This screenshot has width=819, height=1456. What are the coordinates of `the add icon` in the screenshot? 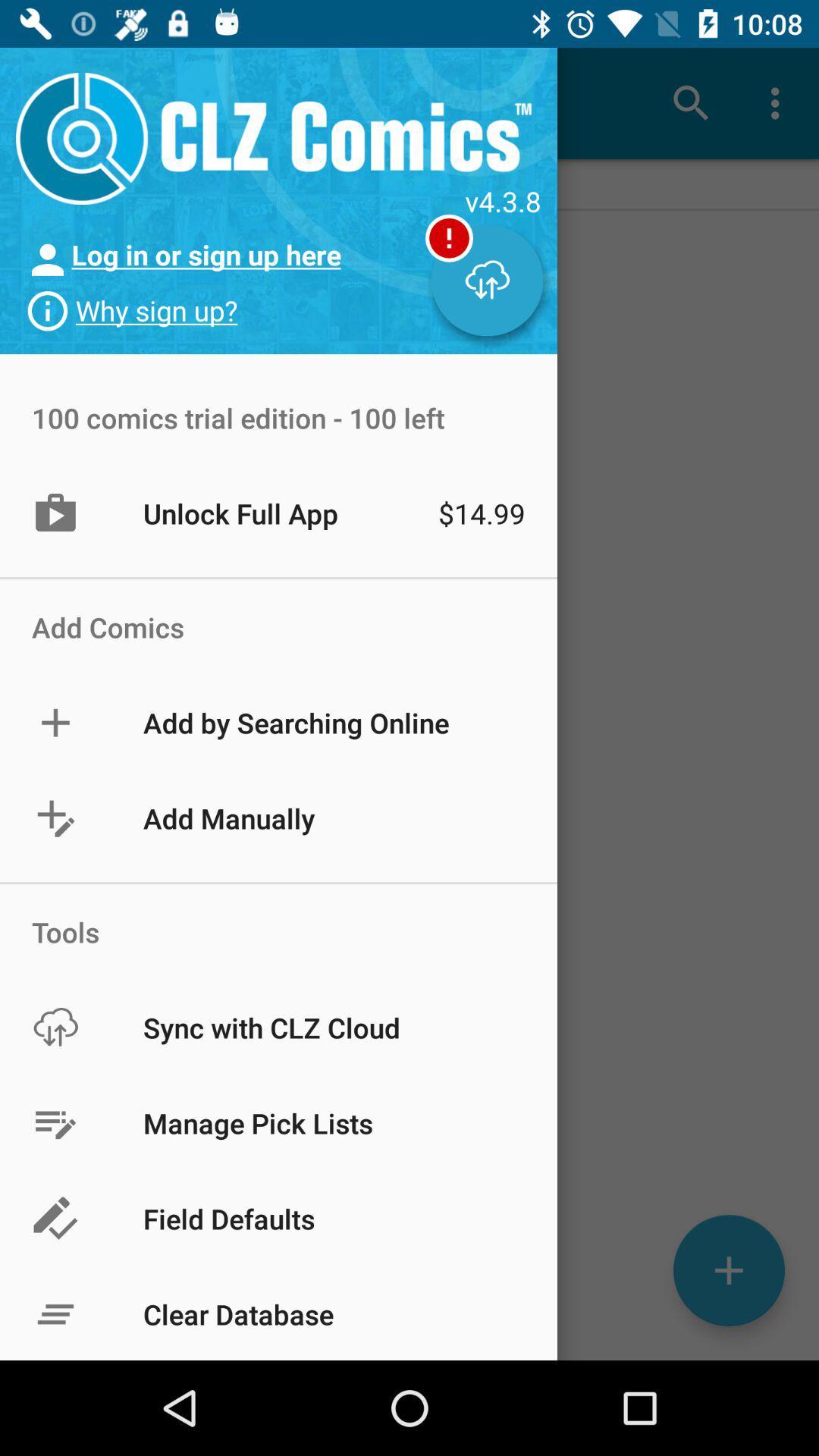 It's located at (728, 1270).